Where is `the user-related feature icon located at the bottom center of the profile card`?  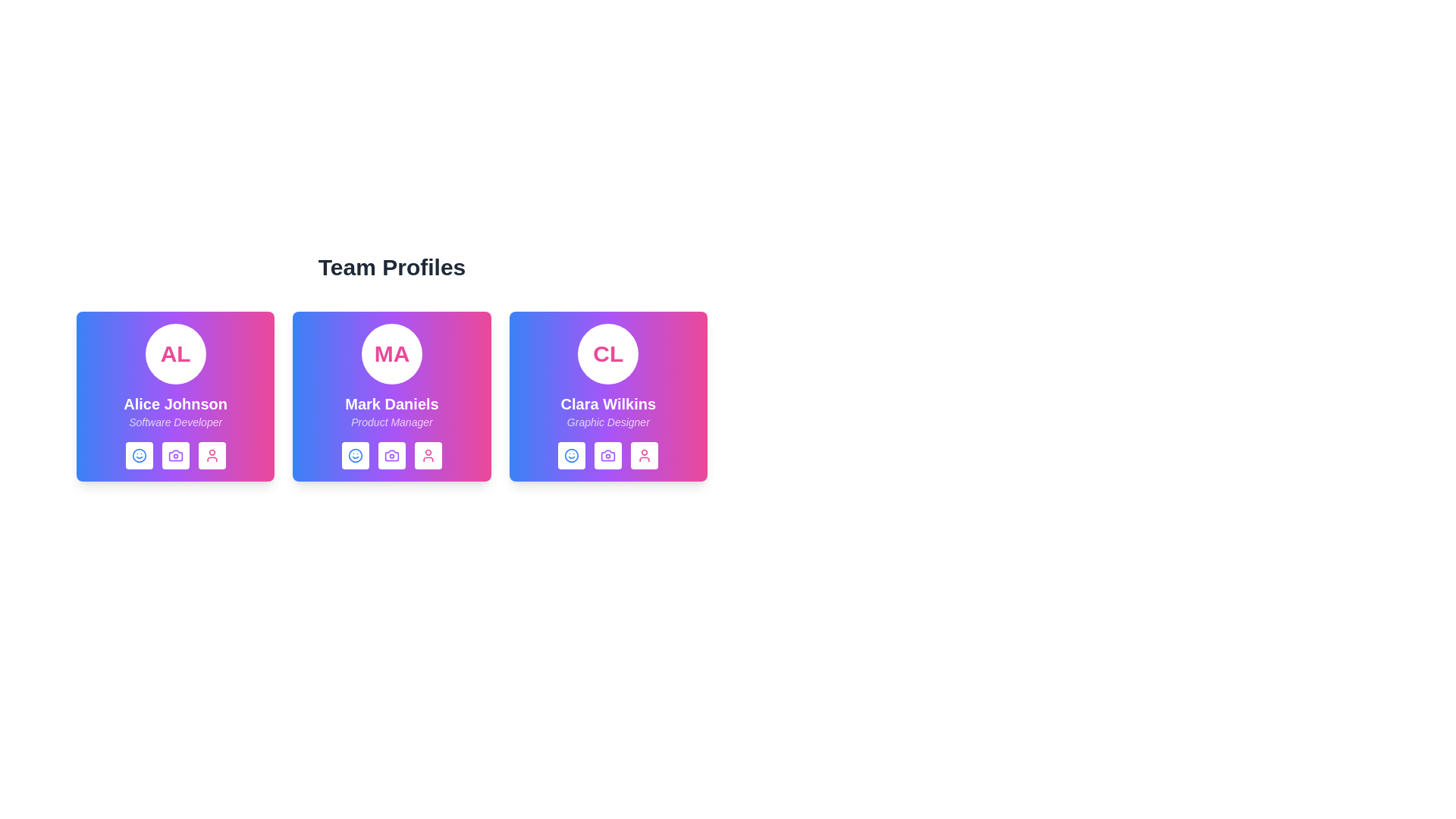
the user-related feature icon located at the bottom center of the profile card is located at coordinates (211, 455).